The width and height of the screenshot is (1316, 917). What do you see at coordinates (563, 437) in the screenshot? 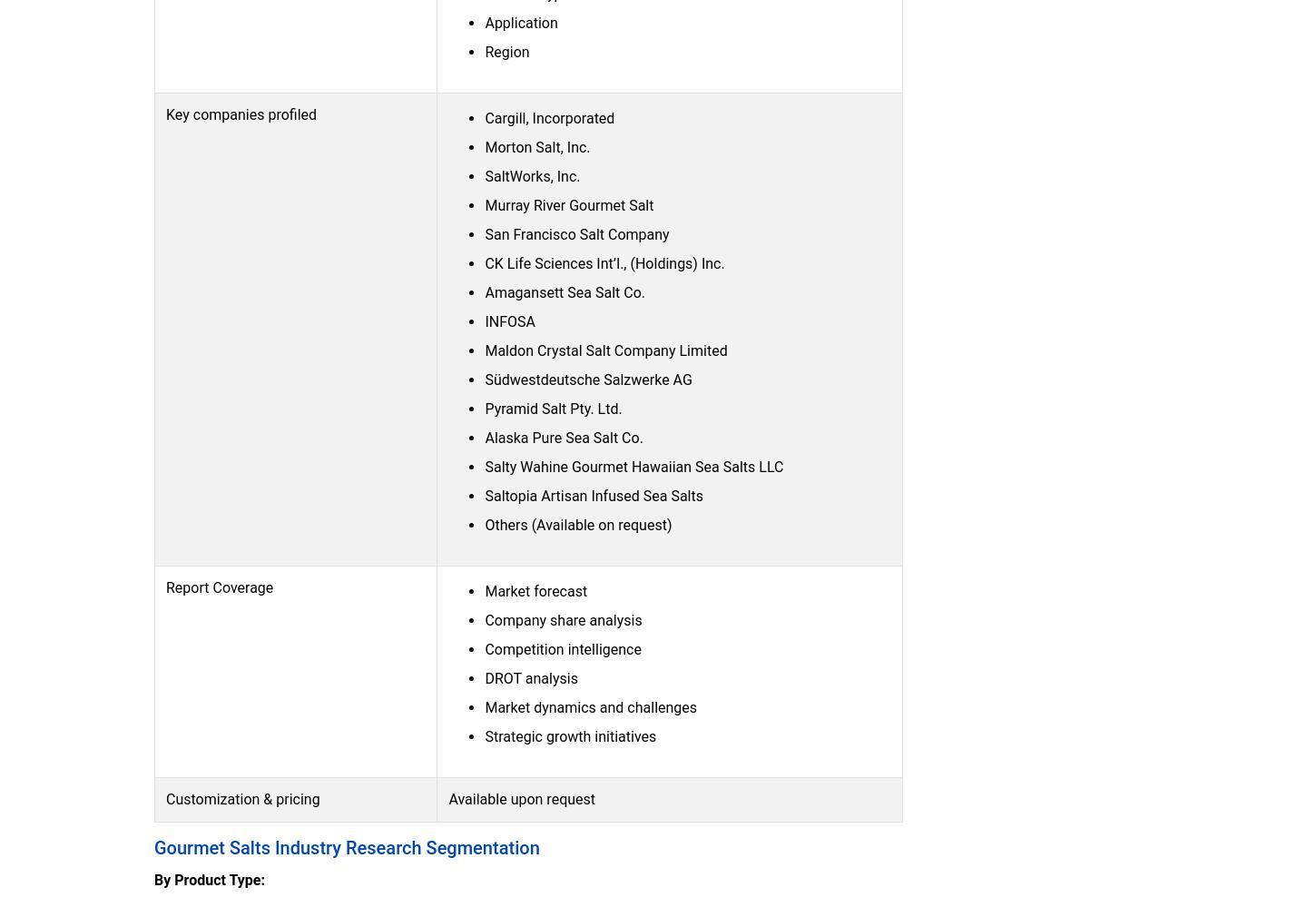
I see `'Alaska Pure Sea Salt Co.'` at bounding box center [563, 437].